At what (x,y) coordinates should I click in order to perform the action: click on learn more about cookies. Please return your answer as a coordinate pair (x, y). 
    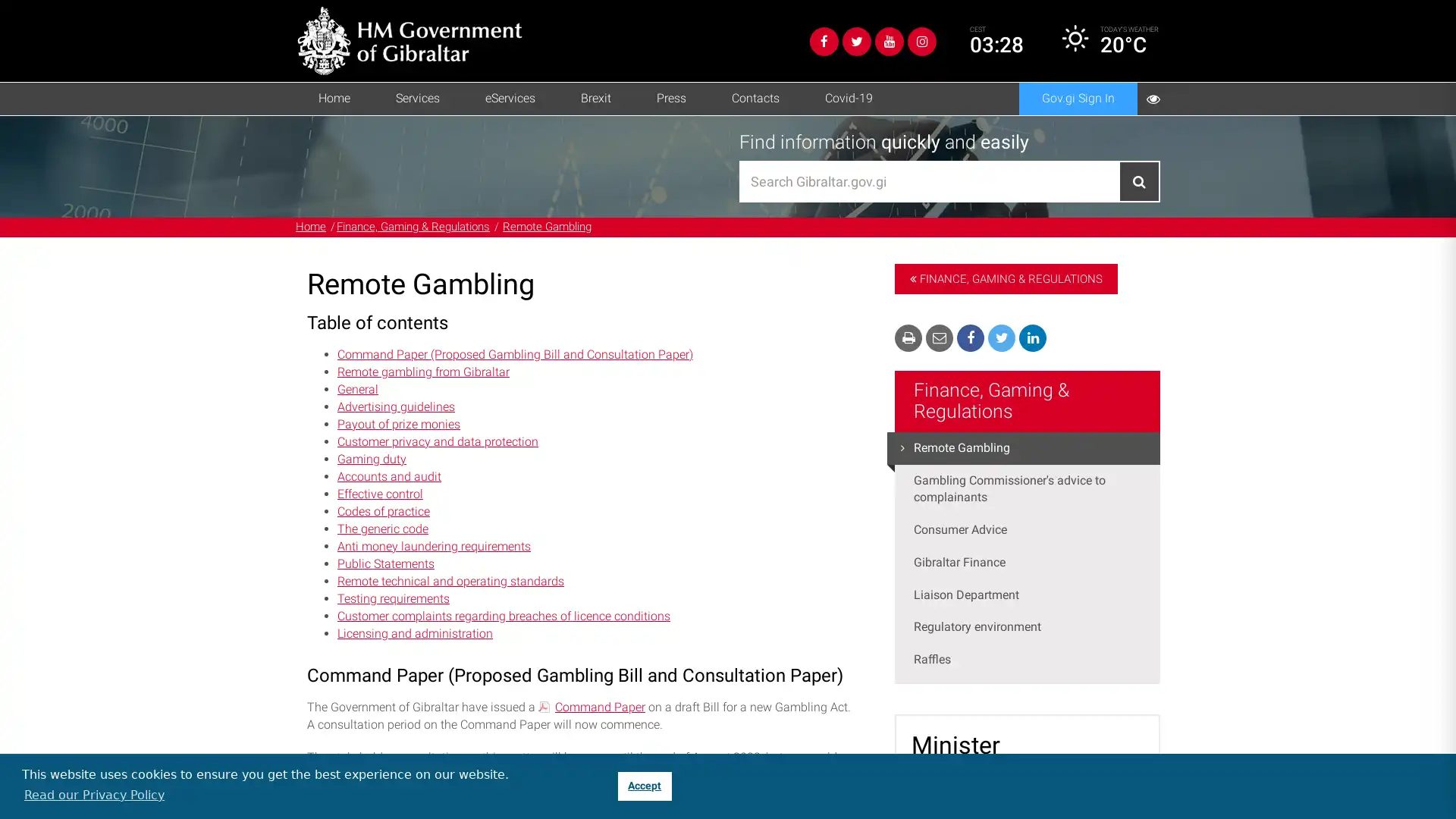
    Looking at the image, I should click on (93, 794).